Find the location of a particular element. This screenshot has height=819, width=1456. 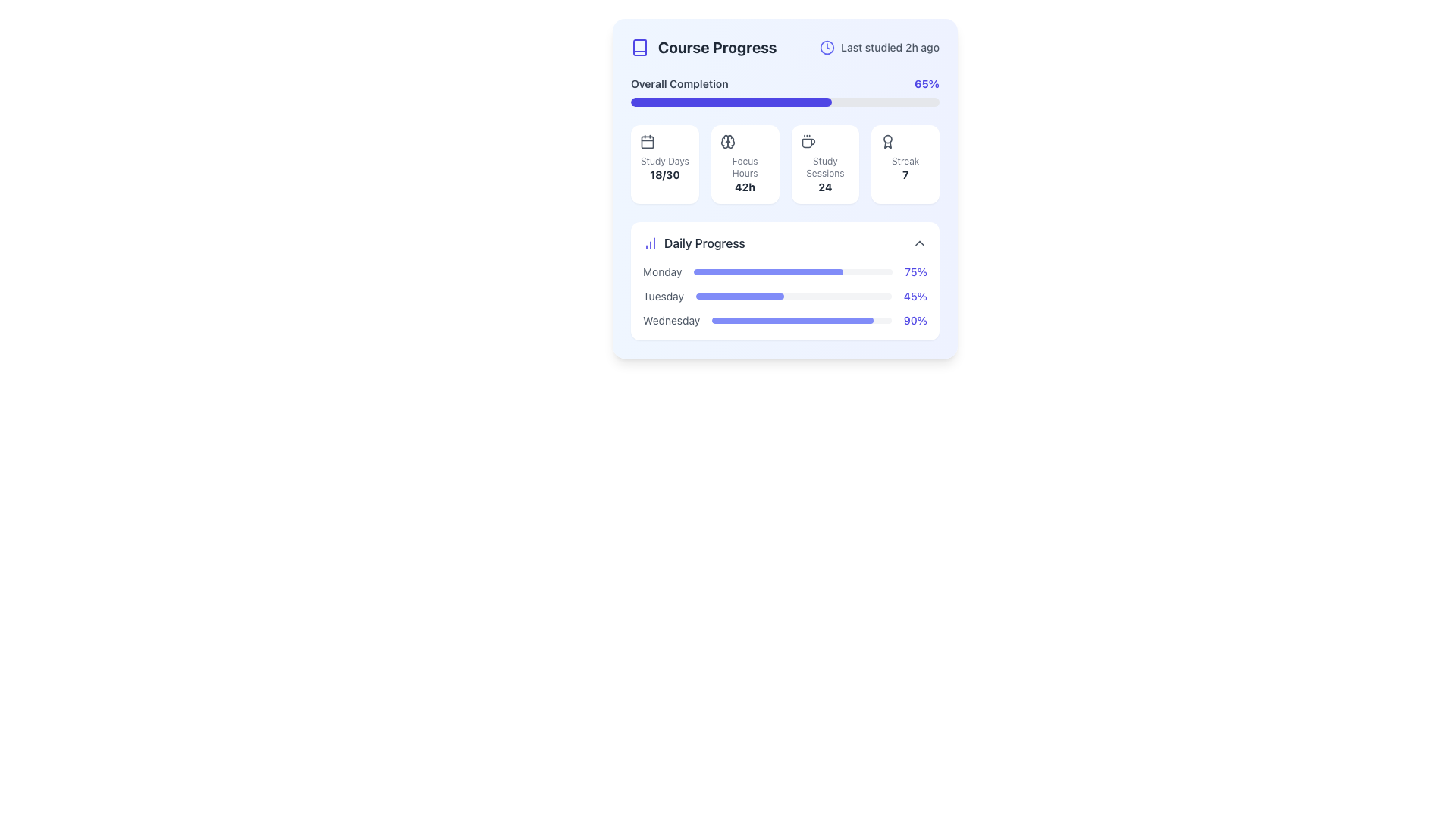

the visual decoration (circle within an icon) of the award badge located in the first row, fourth column of the summary cards on the dashboard is located at coordinates (888, 139).